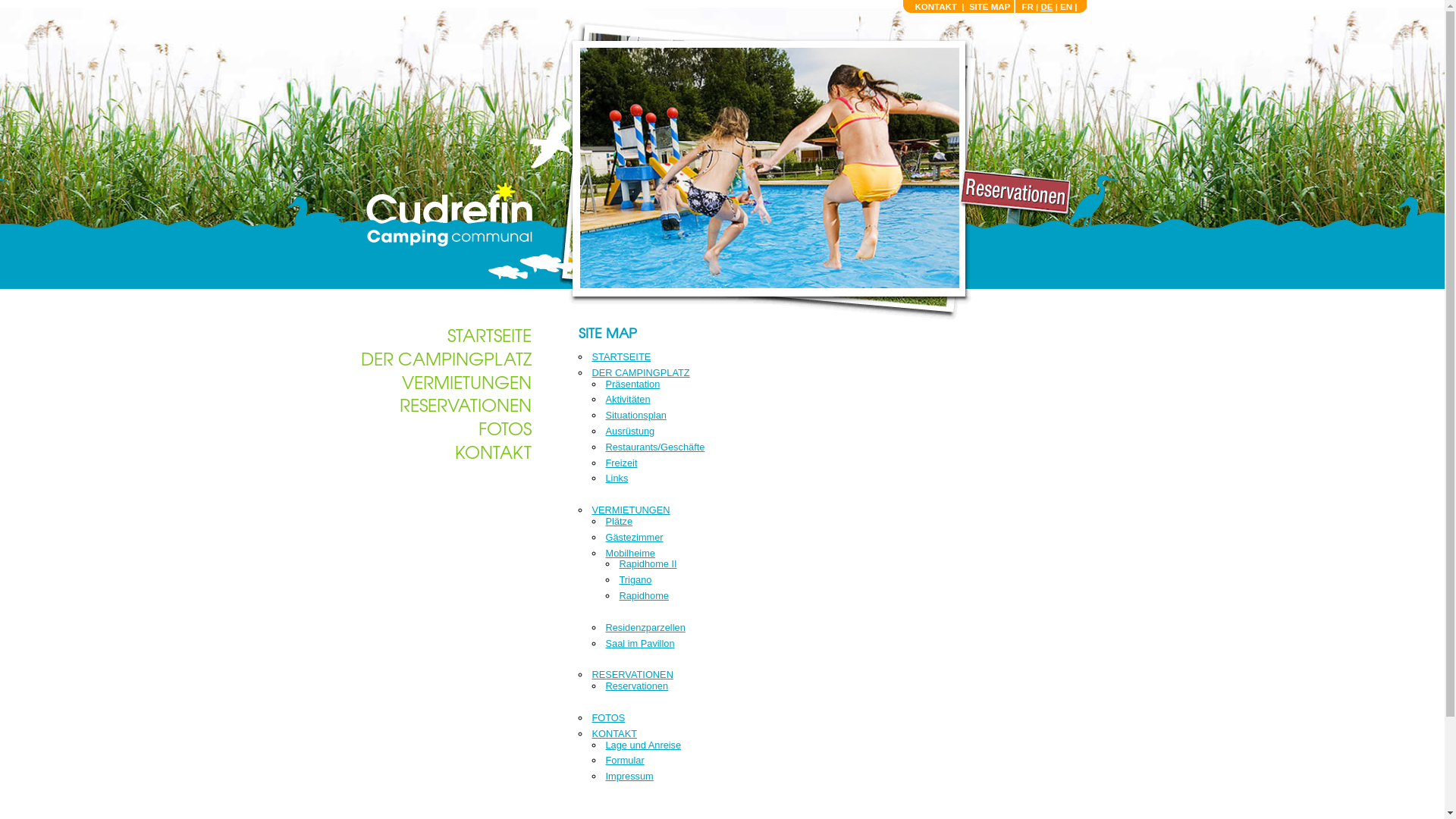  Describe the element at coordinates (645, 627) in the screenshot. I see `'Residenzparzellen'` at that location.